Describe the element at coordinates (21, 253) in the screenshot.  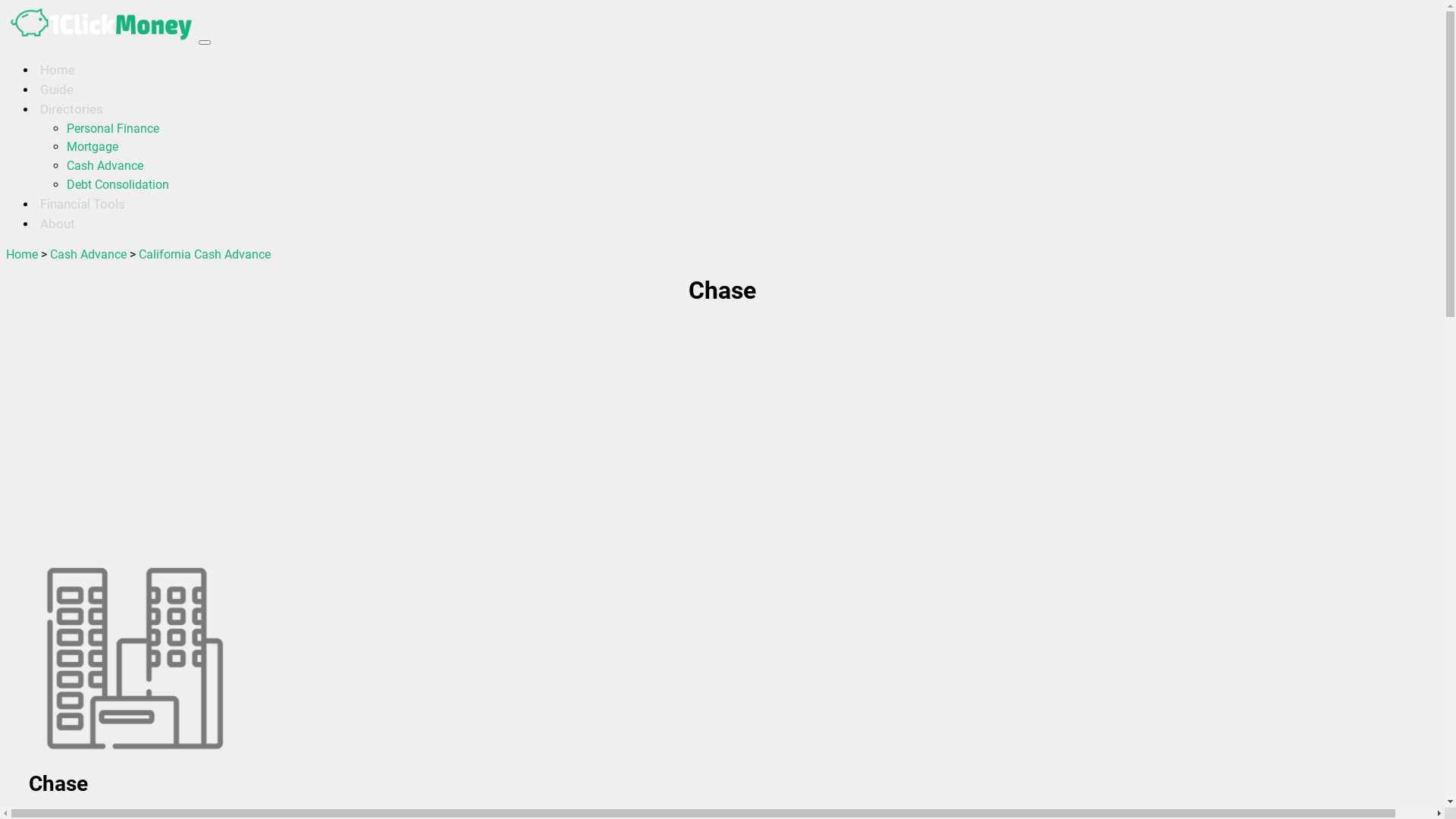
I see `'Home'` at that location.